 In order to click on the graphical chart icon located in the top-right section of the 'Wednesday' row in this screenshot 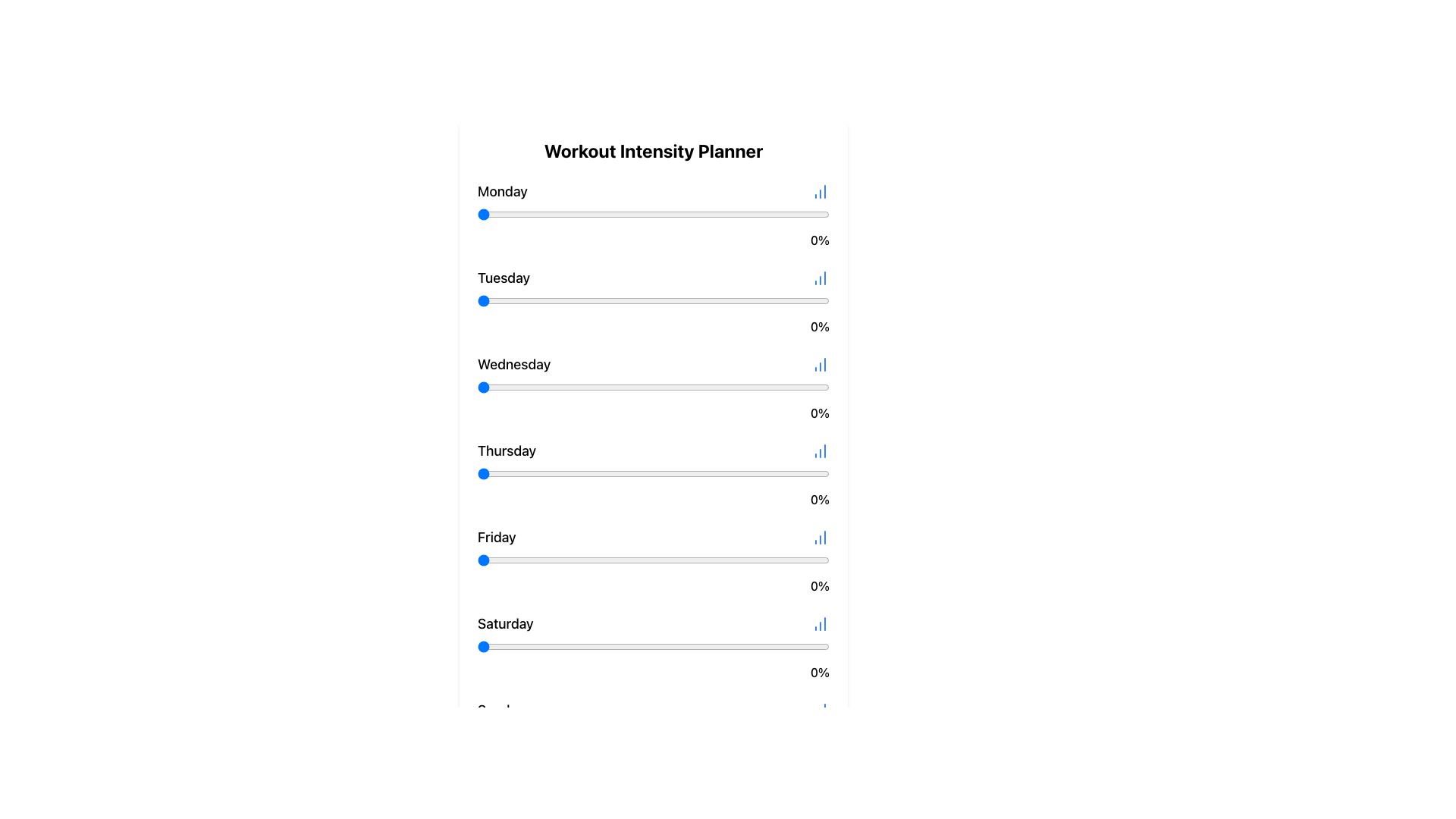, I will do `click(819, 365)`.